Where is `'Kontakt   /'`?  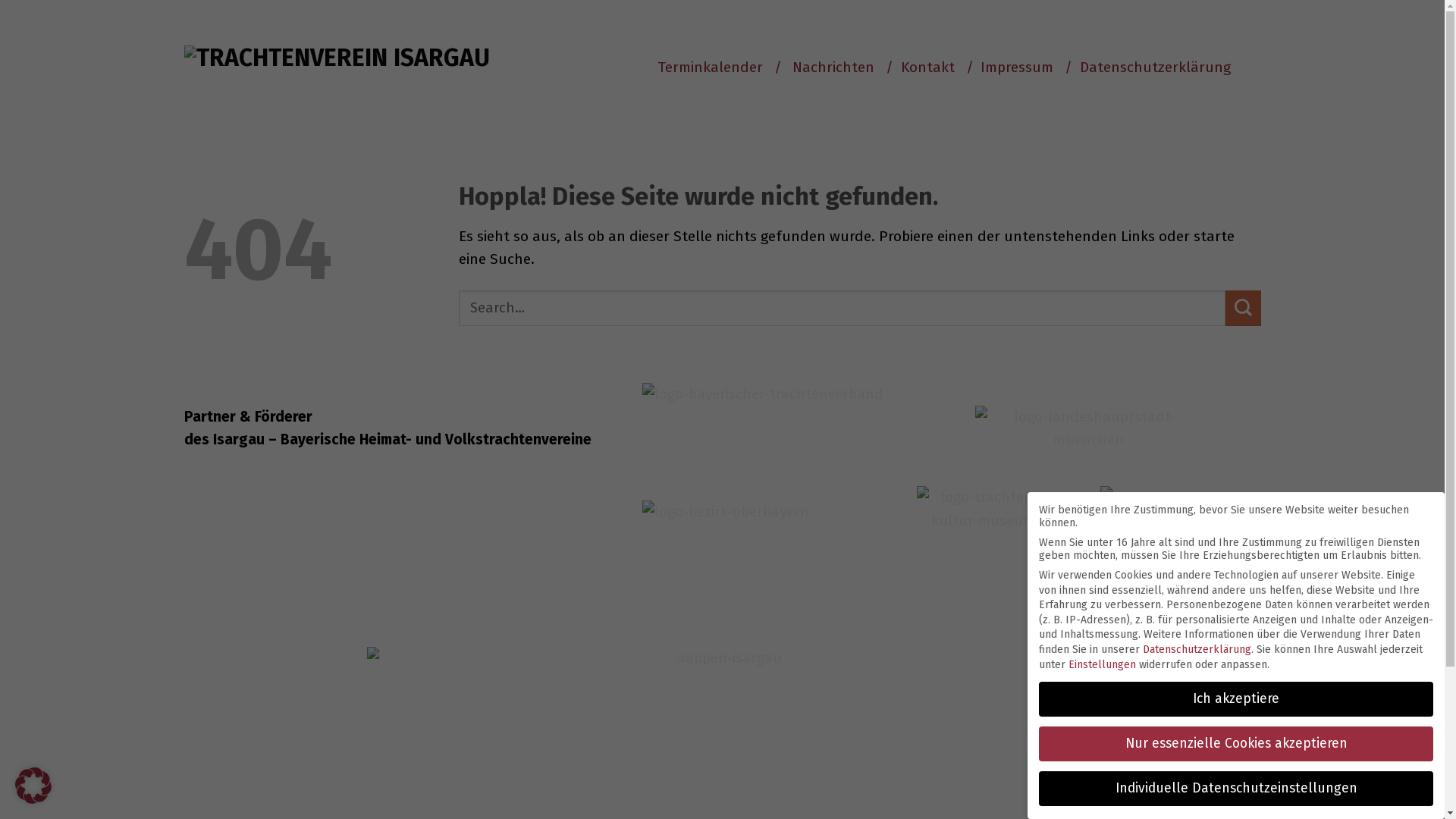
'Kontakt   /' is located at coordinates (937, 66).